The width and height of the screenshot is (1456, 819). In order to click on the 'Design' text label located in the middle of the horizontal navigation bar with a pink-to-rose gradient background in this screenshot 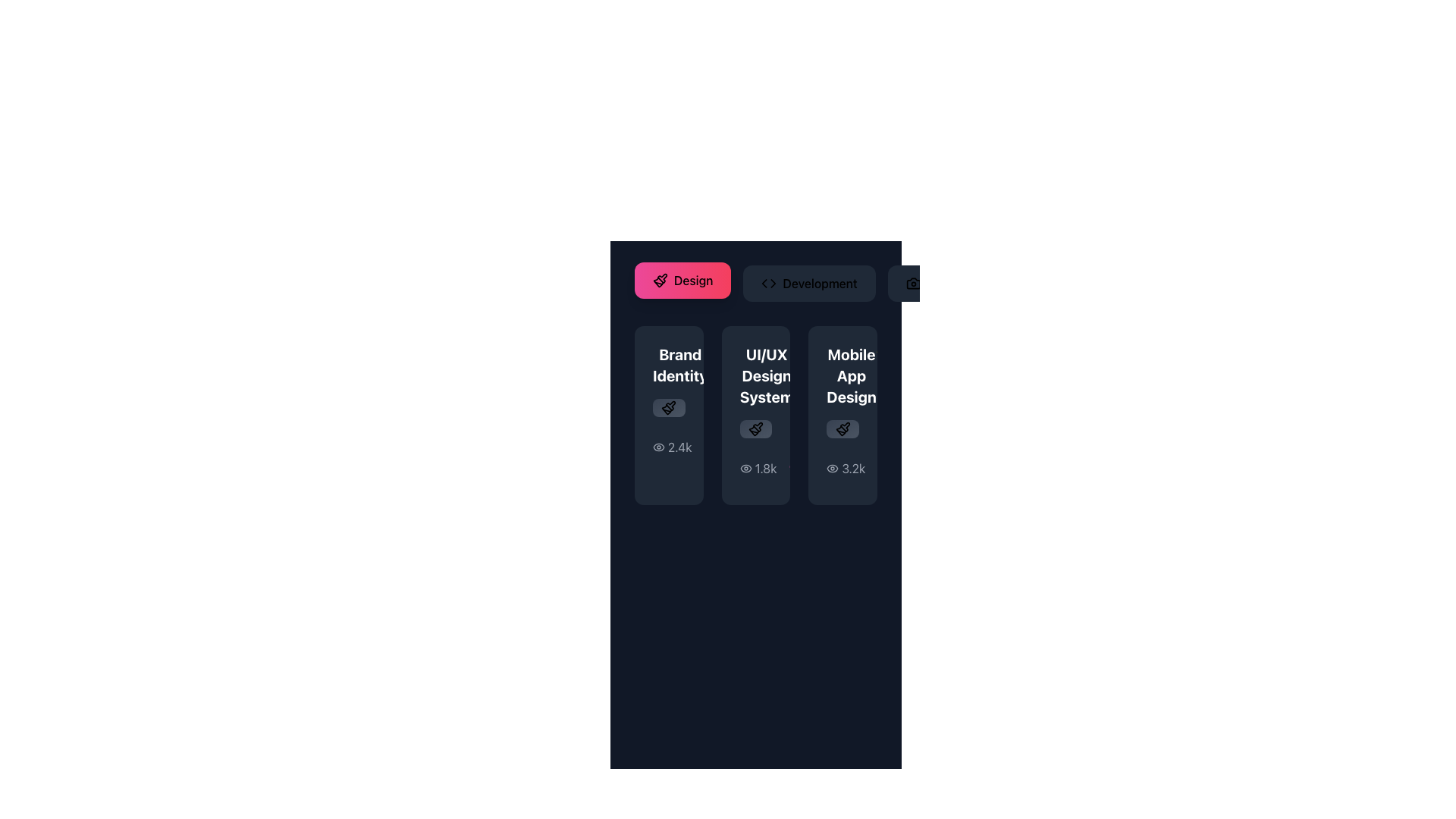, I will do `click(692, 281)`.